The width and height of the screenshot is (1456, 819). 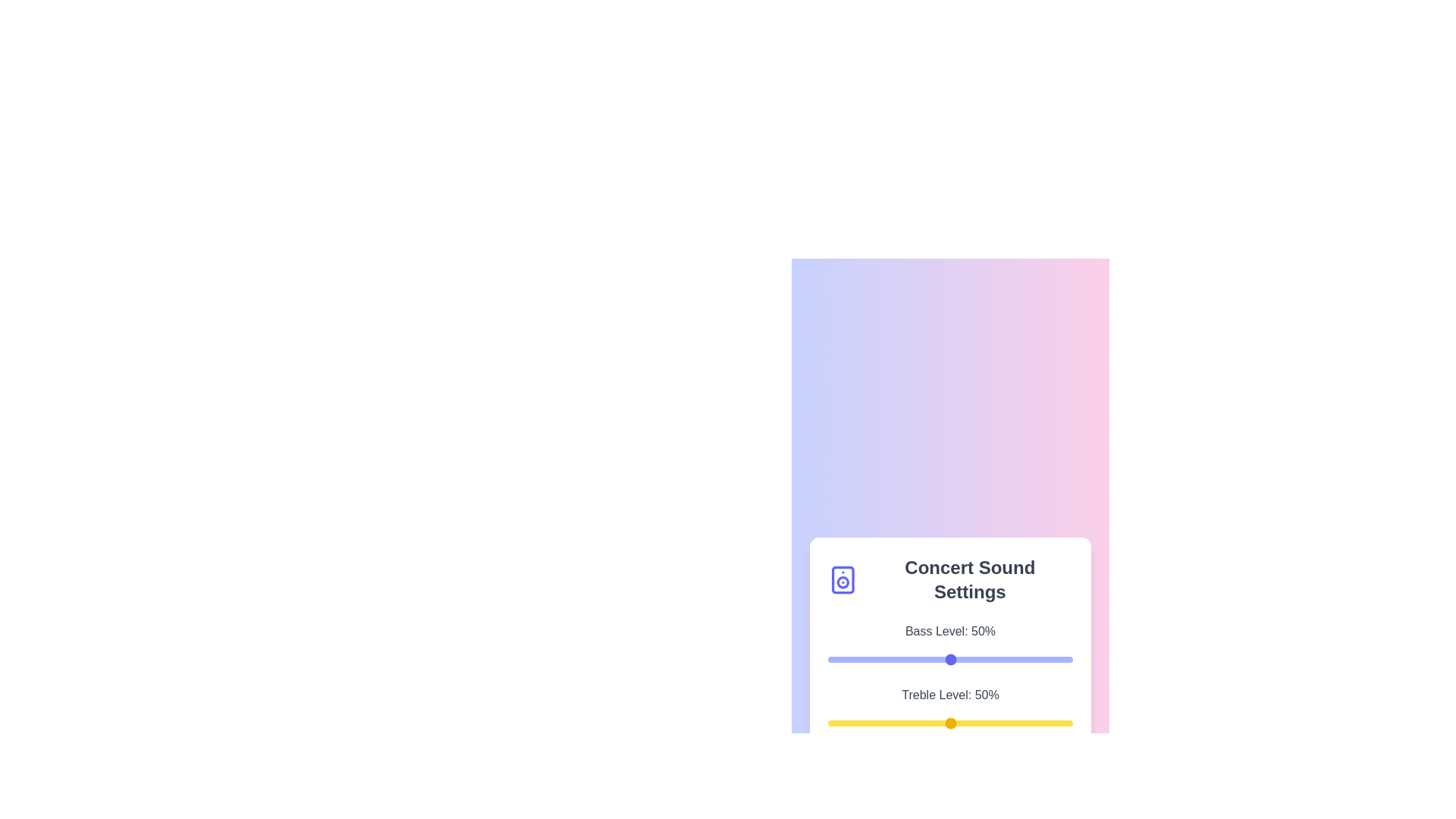 I want to click on the bass level slider to 46%, so click(x=940, y=659).